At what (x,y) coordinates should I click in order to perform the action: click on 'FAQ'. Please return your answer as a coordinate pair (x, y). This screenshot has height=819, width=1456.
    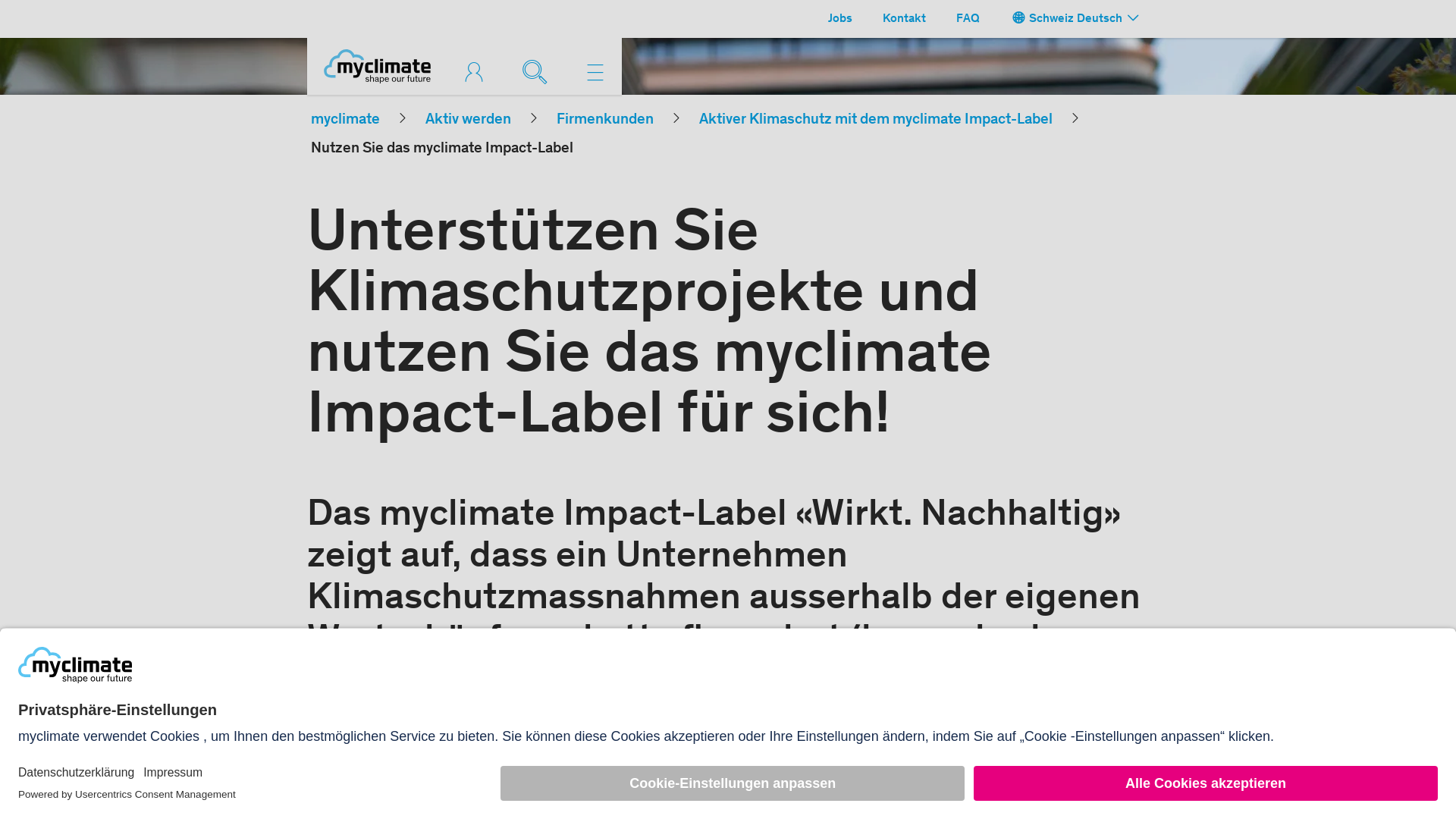
    Looking at the image, I should click on (967, 18).